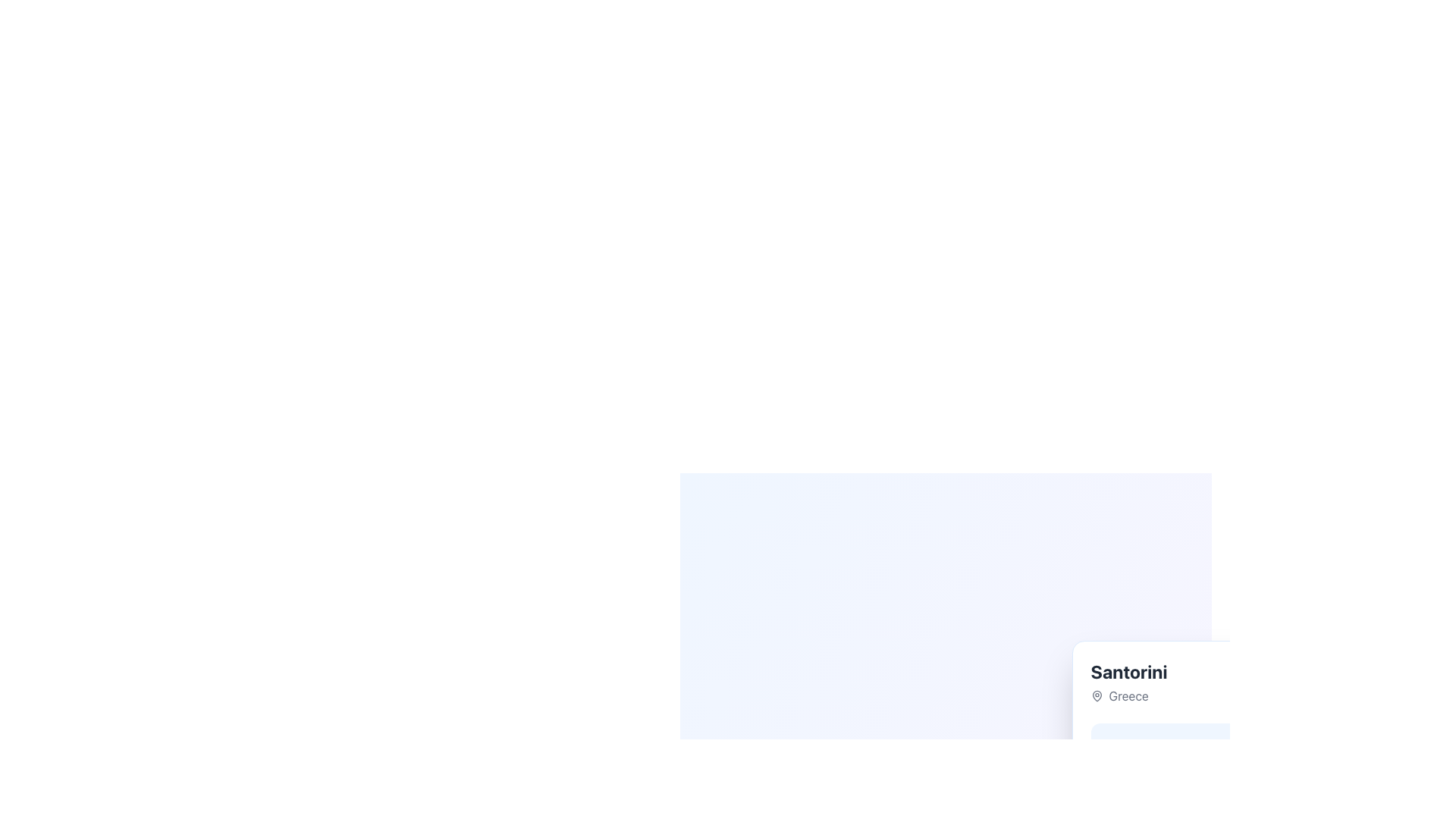  What do you see at coordinates (1097, 696) in the screenshot?
I see `the map pin icon located to the left of the text 'Greece', which has a circular head and a pointed bottom, styled with a thin stroke in a neutral color scheme` at bounding box center [1097, 696].